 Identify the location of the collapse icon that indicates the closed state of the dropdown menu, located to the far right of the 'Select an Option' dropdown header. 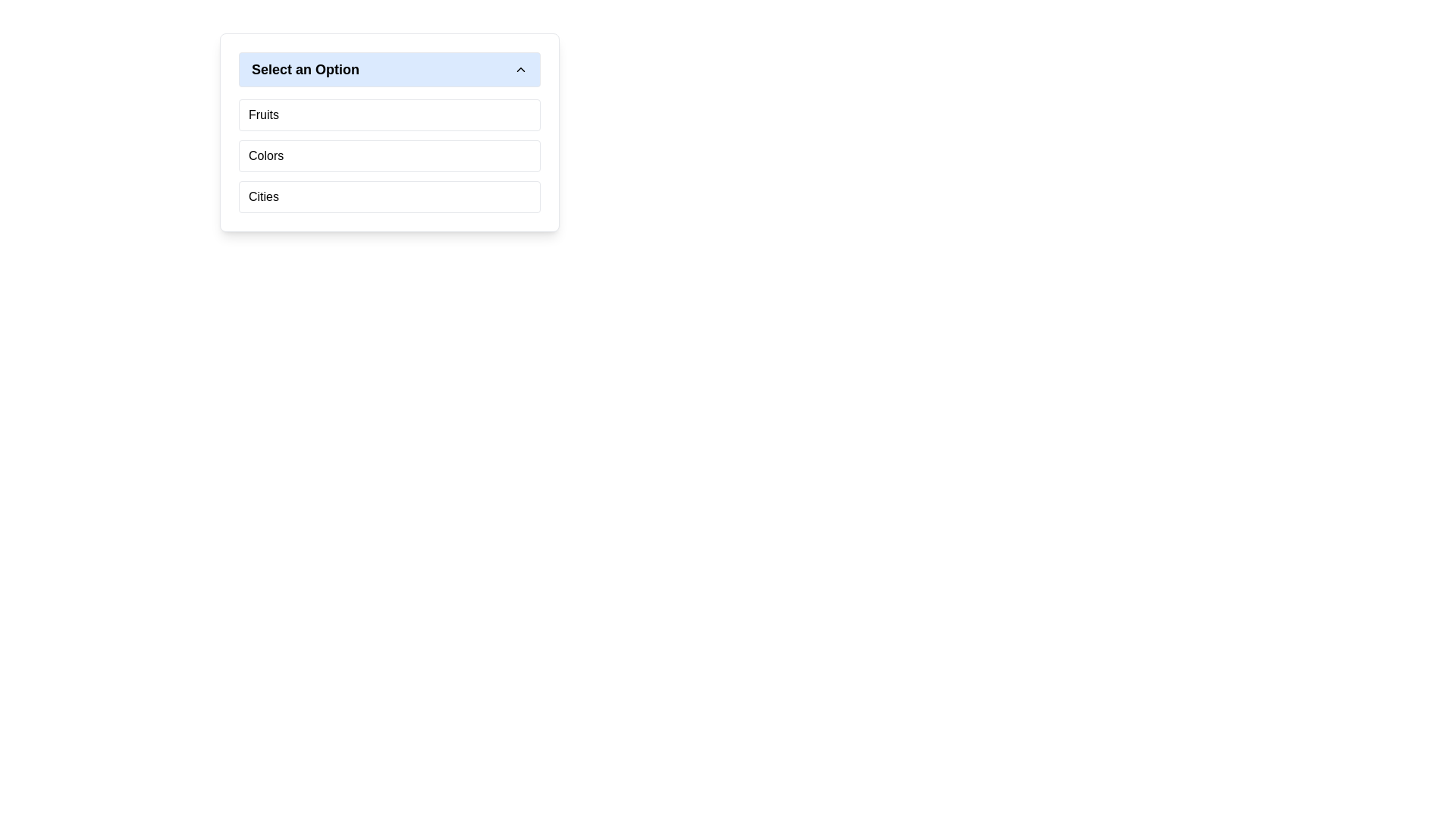
(520, 70).